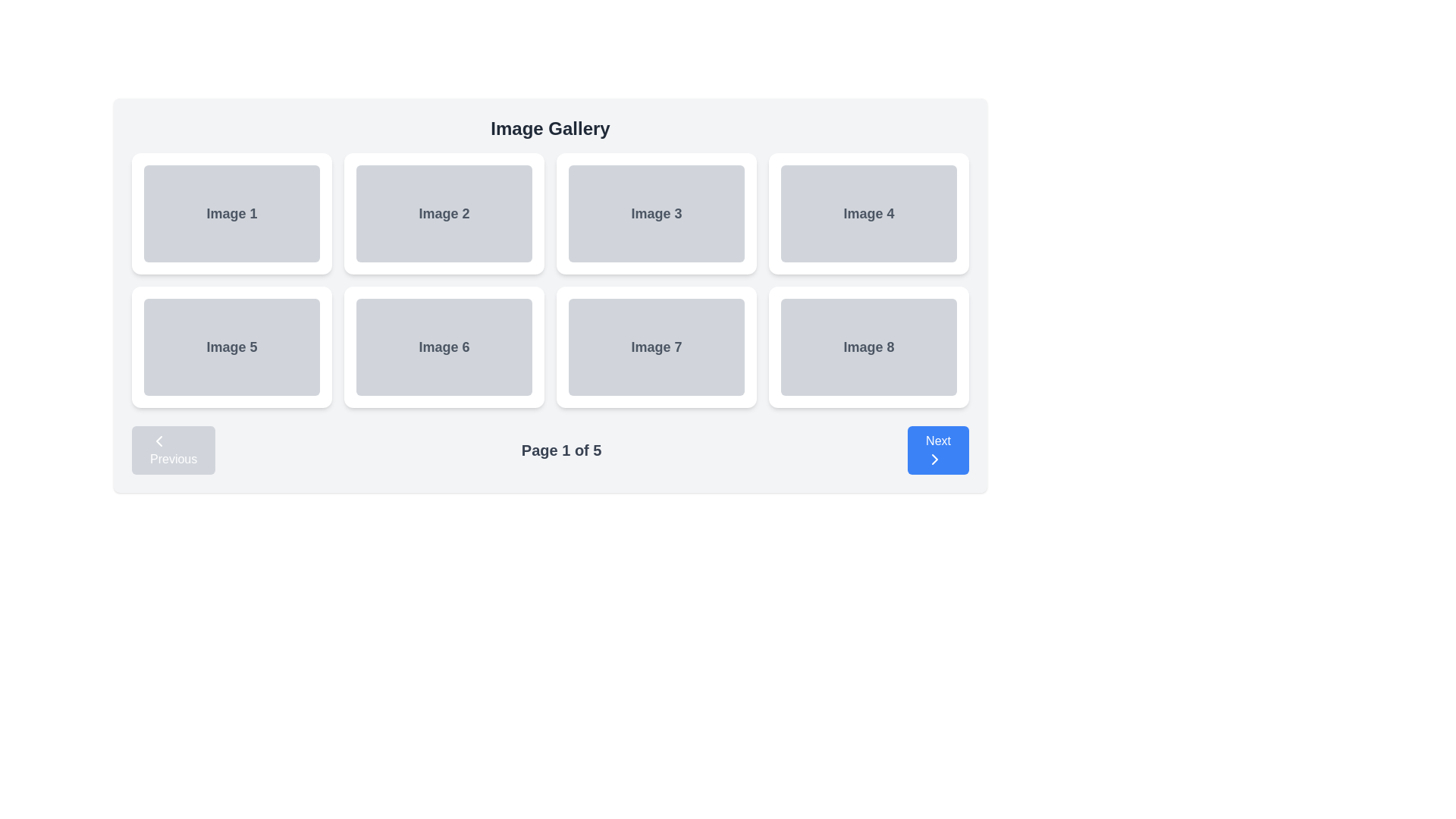  What do you see at coordinates (934, 458) in the screenshot?
I see `the 'Next' SVG icon located within the 'Next' button at the bottom-right corner of the interface` at bounding box center [934, 458].